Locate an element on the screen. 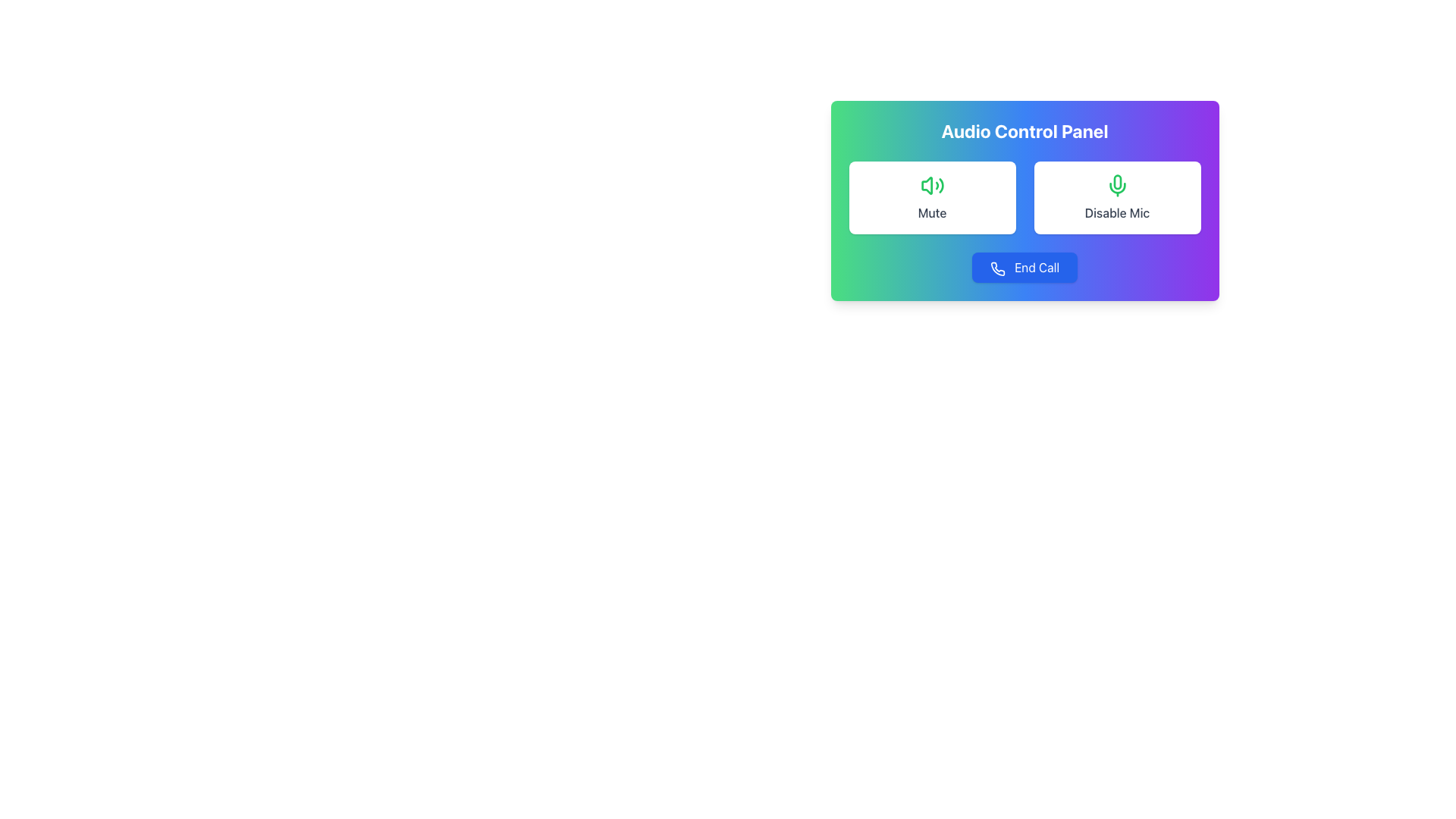 This screenshot has width=1456, height=819. the mute audio button located in the Audio Control Panel is located at coordinates (931, 197).